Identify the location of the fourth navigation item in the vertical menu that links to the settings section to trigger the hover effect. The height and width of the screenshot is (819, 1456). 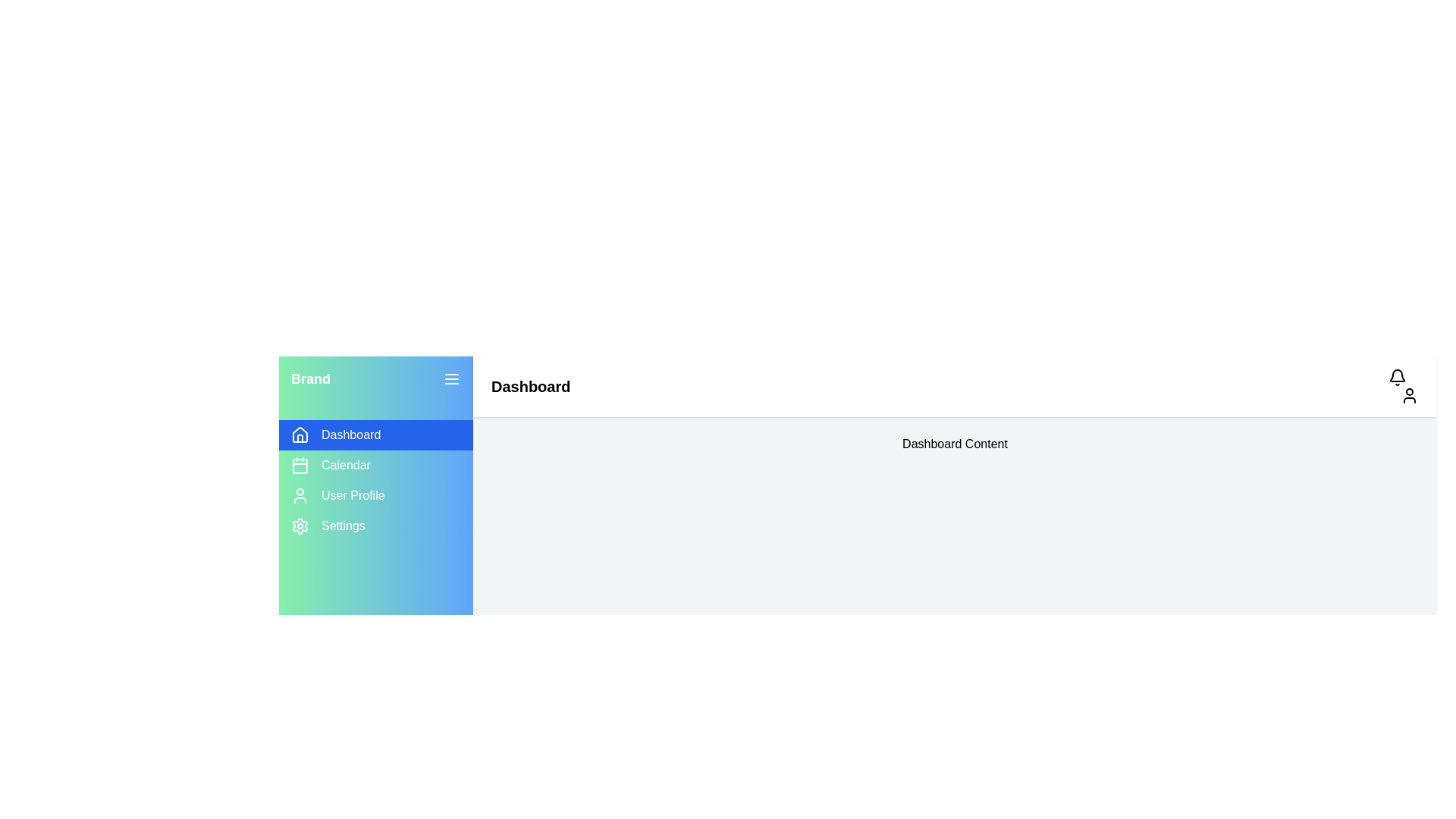
(375, 526).